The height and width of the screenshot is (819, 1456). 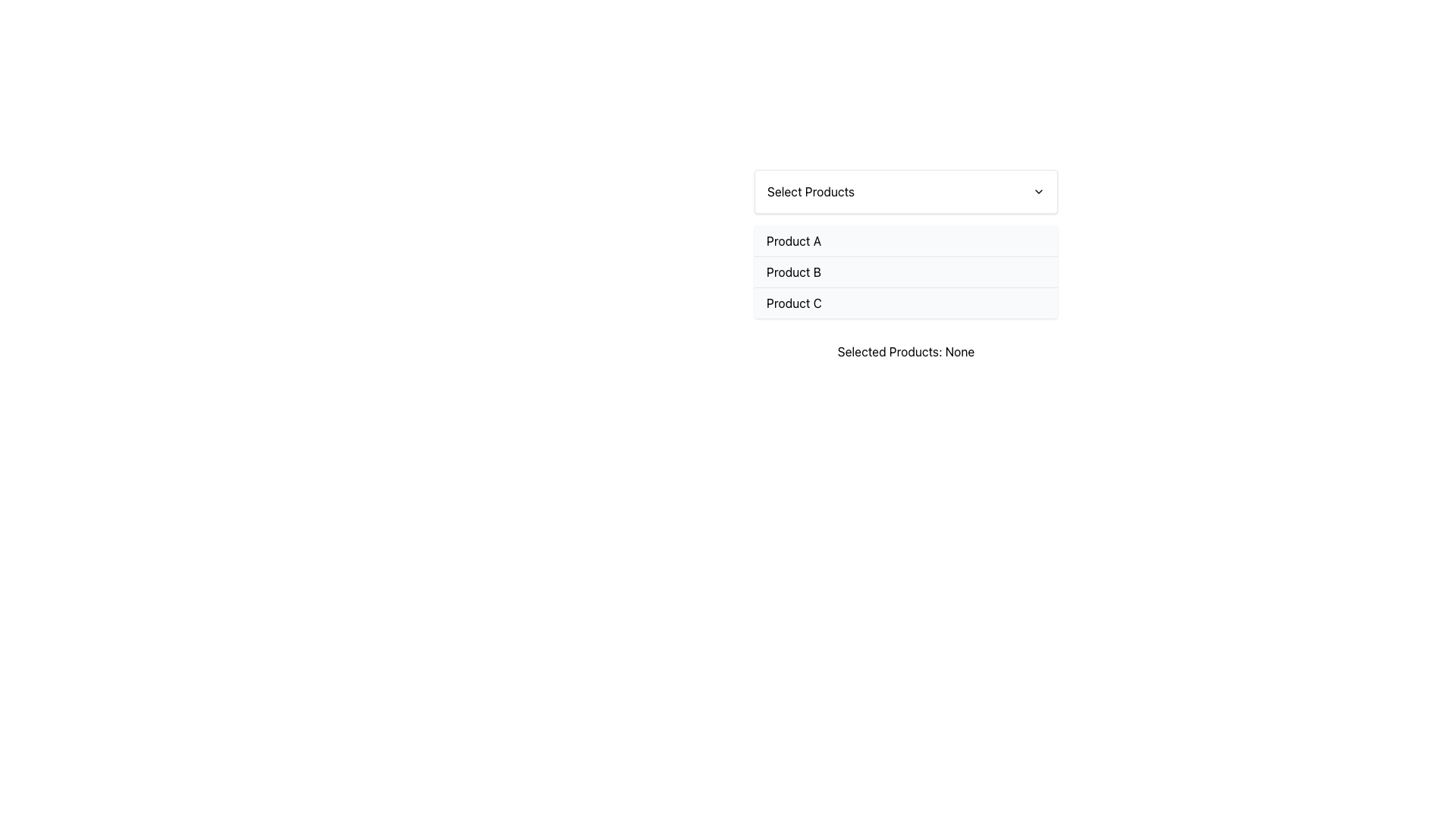 What do you see at coordinates (906, 302) in the screenshot?
I see `the 'Product C' option in the dropdown list` at bounding box center [906, 302].